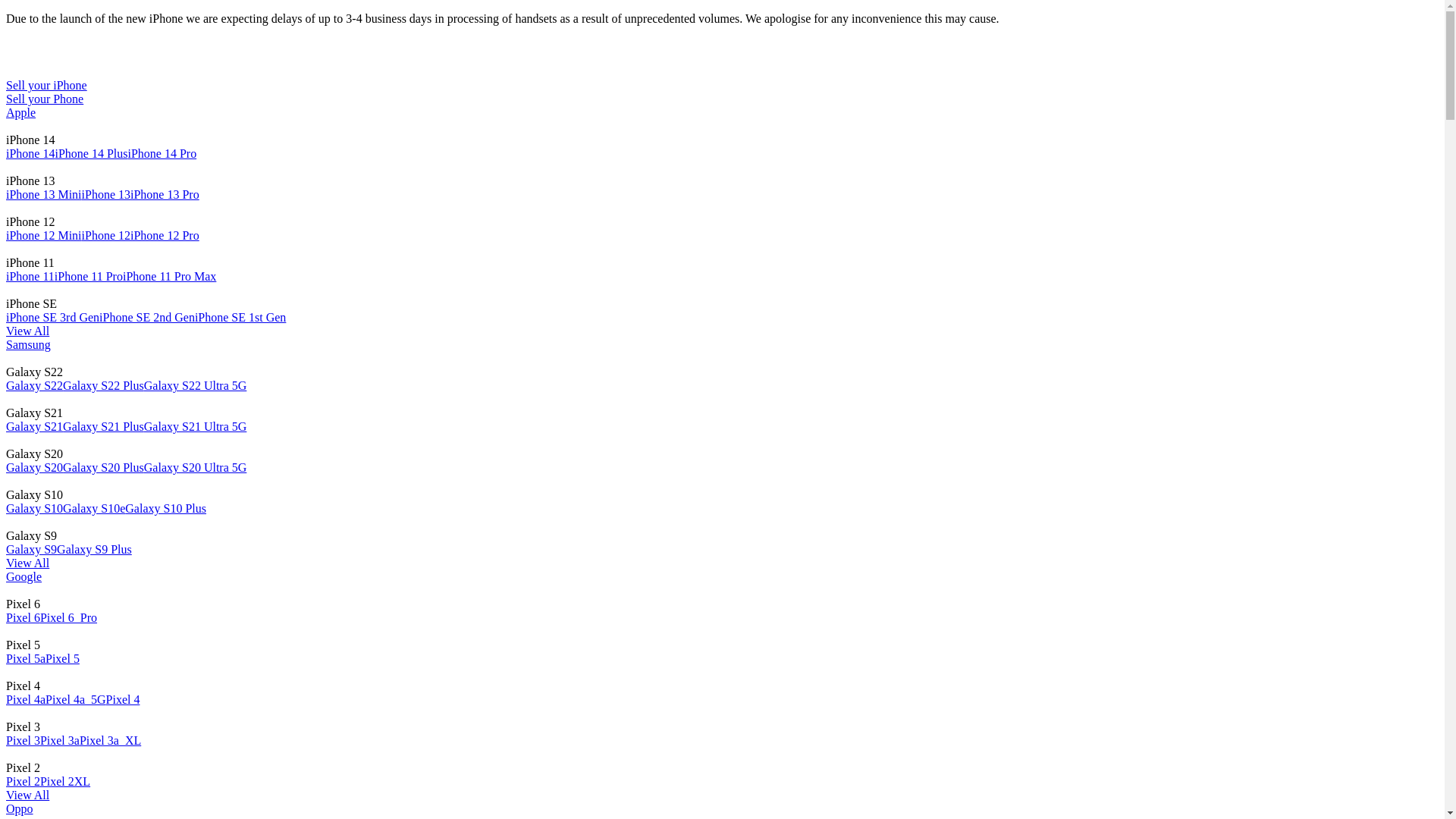  Describe the element at coordinates (27, 794) in the screenshot. I see `'View All'` at that location.